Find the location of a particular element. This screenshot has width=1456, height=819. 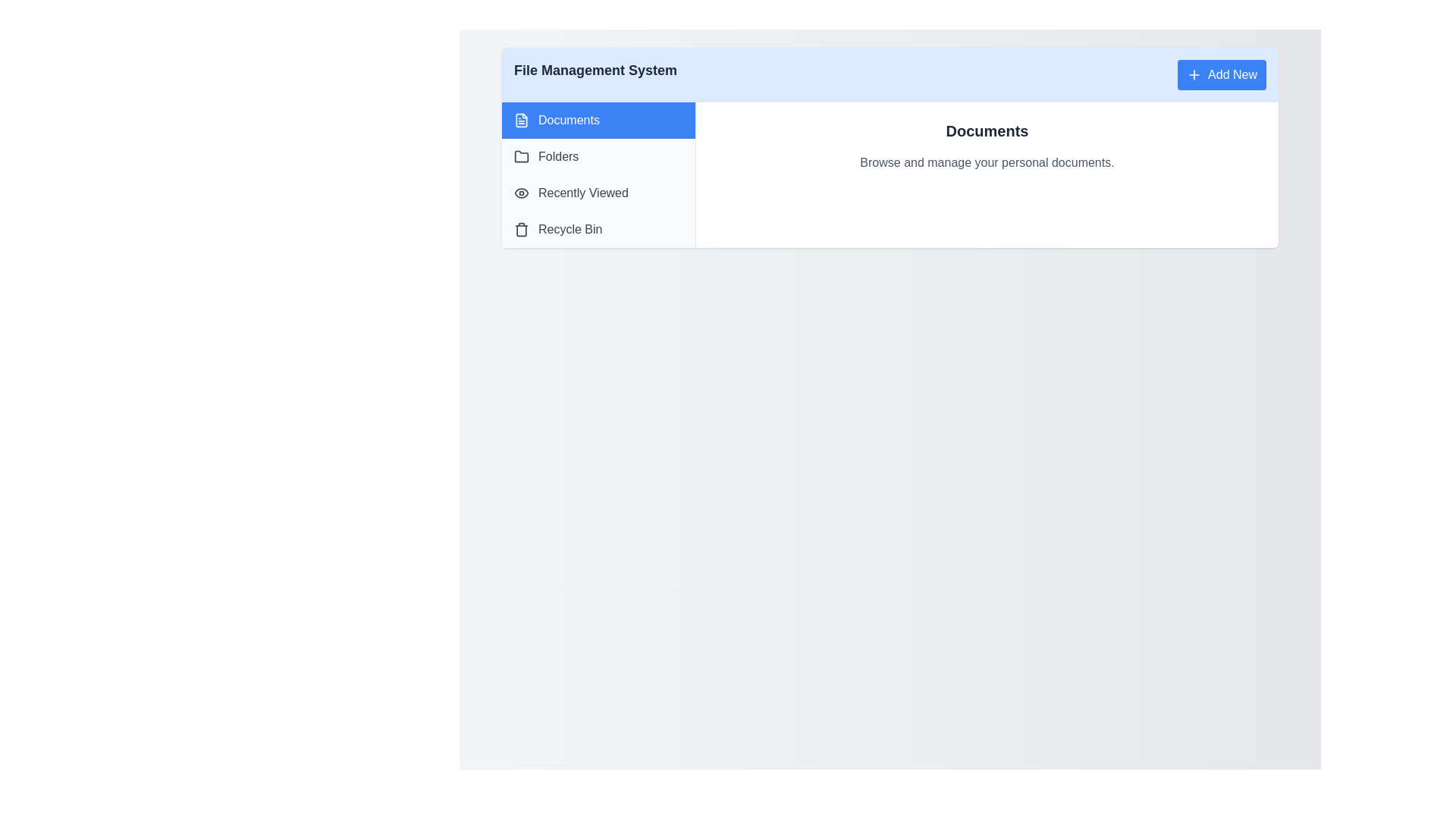

the decorative icon representing the 'Folders' category located on the left-hand panel, immediately to the left of the 'Folders' text is located at coordinates (521, 155).